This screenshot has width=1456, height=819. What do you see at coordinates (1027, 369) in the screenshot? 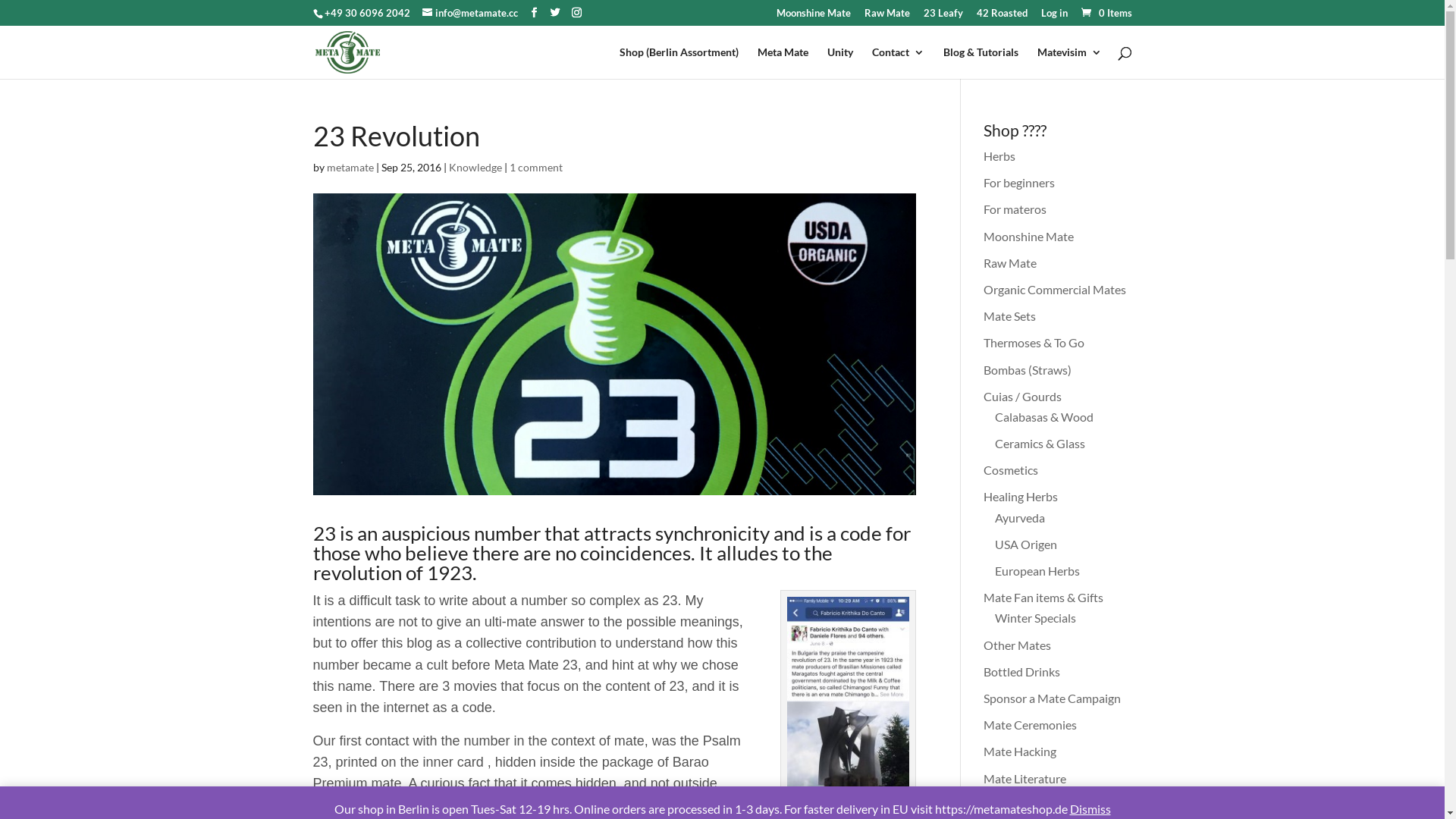
I see `'Bombas (Straws)'` at bounding box center [1027, 369].